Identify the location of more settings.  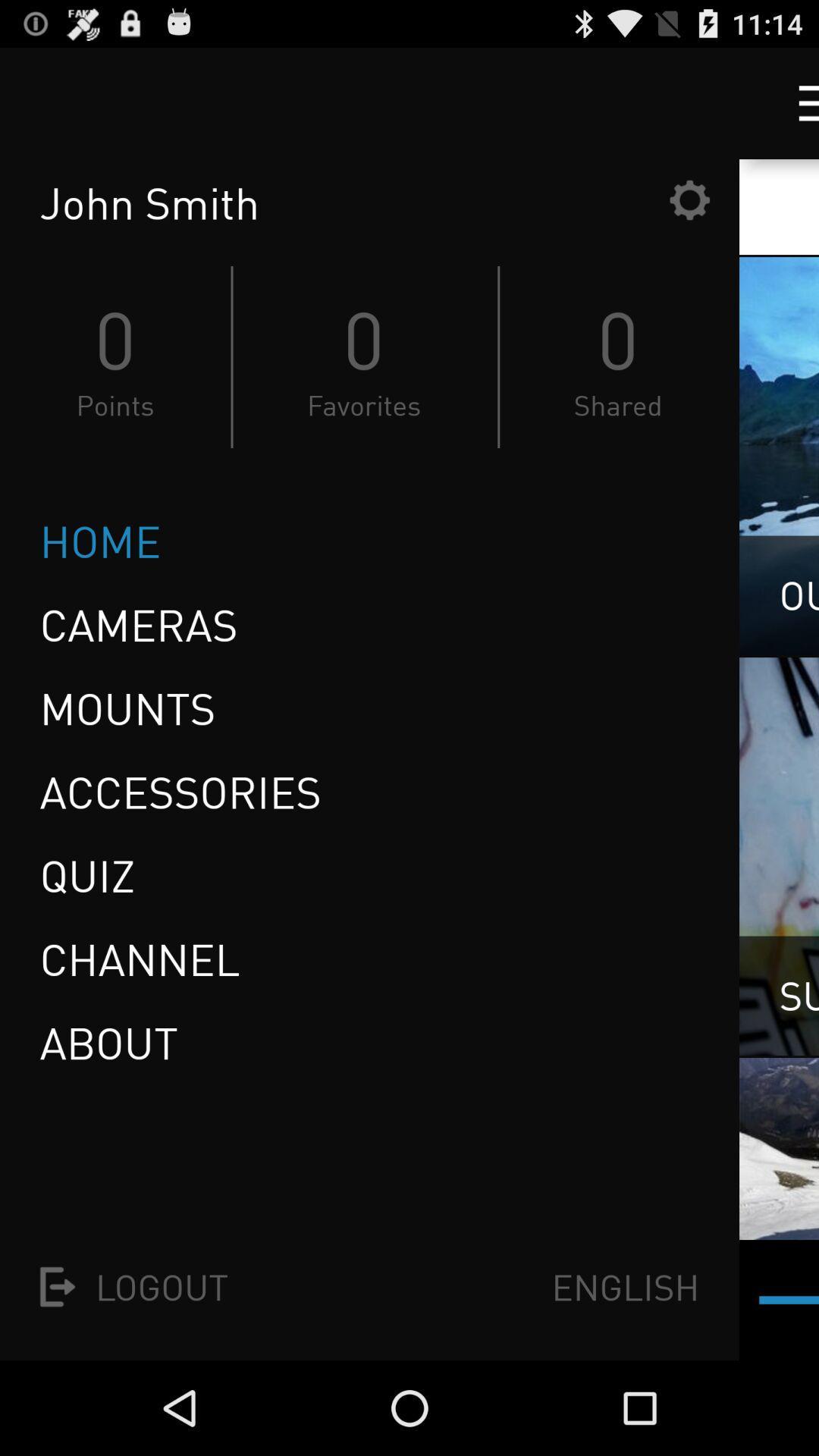
(794, 102).